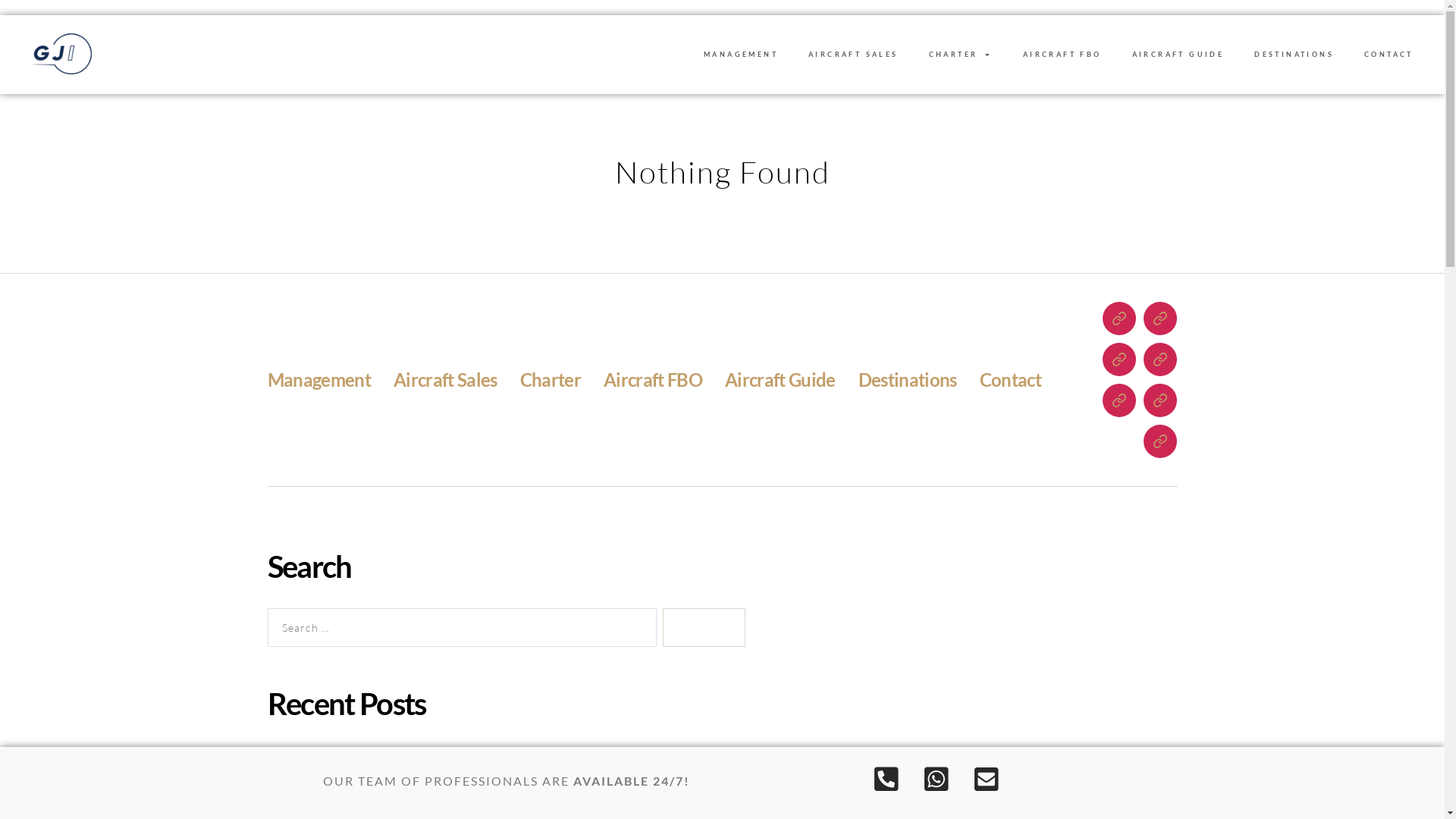 The image size is (1456, 819). What do you see at coordinates (393, 378) in the screenshot?
I see `'Aircraft Sales'` at bounding box center [393, 378].